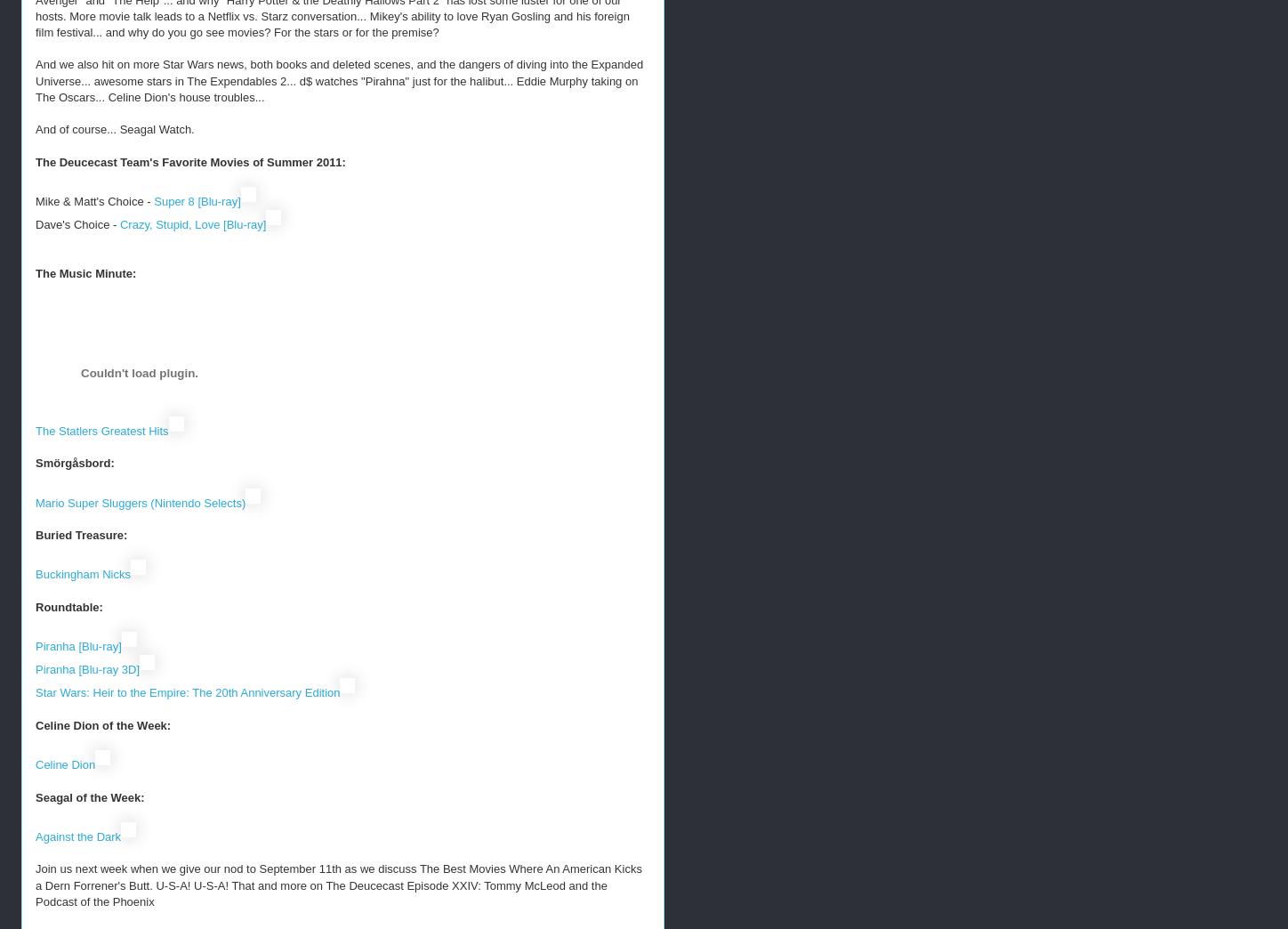 The width and height of the screenshot is (1288, 929). I want to click on 'Celine Dion of the Week:', so click(101, 723).